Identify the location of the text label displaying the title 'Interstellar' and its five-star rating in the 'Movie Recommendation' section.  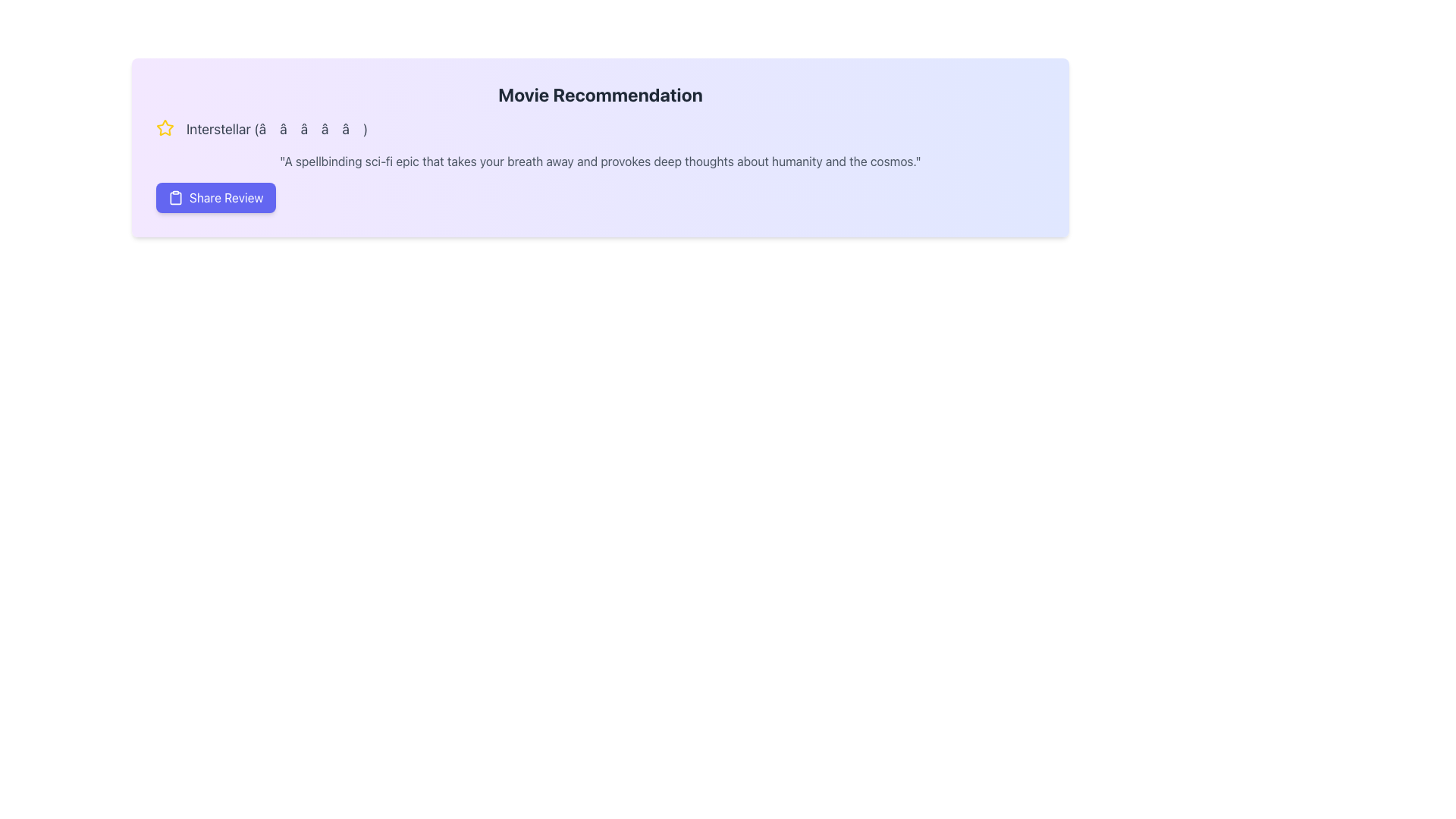
(277, 128).